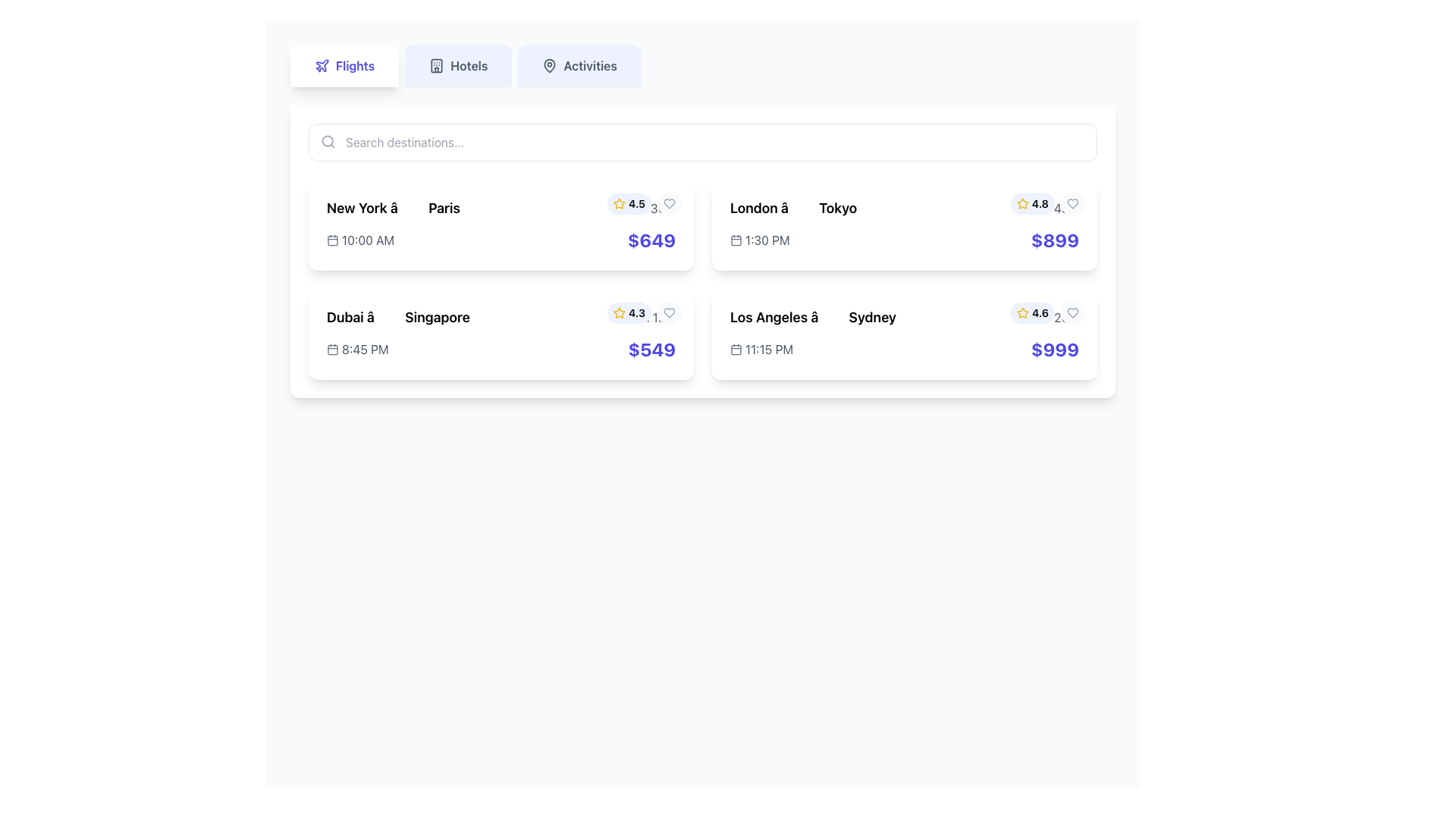 The width and height of the screenshot is (1456, 819). Describe the element at coordinates (644, 312) in the screenshot. I see `Rating badge displaying '4.3' with a star icon in the top-right corner of the flight card from Dubai to Singapore` at that location.